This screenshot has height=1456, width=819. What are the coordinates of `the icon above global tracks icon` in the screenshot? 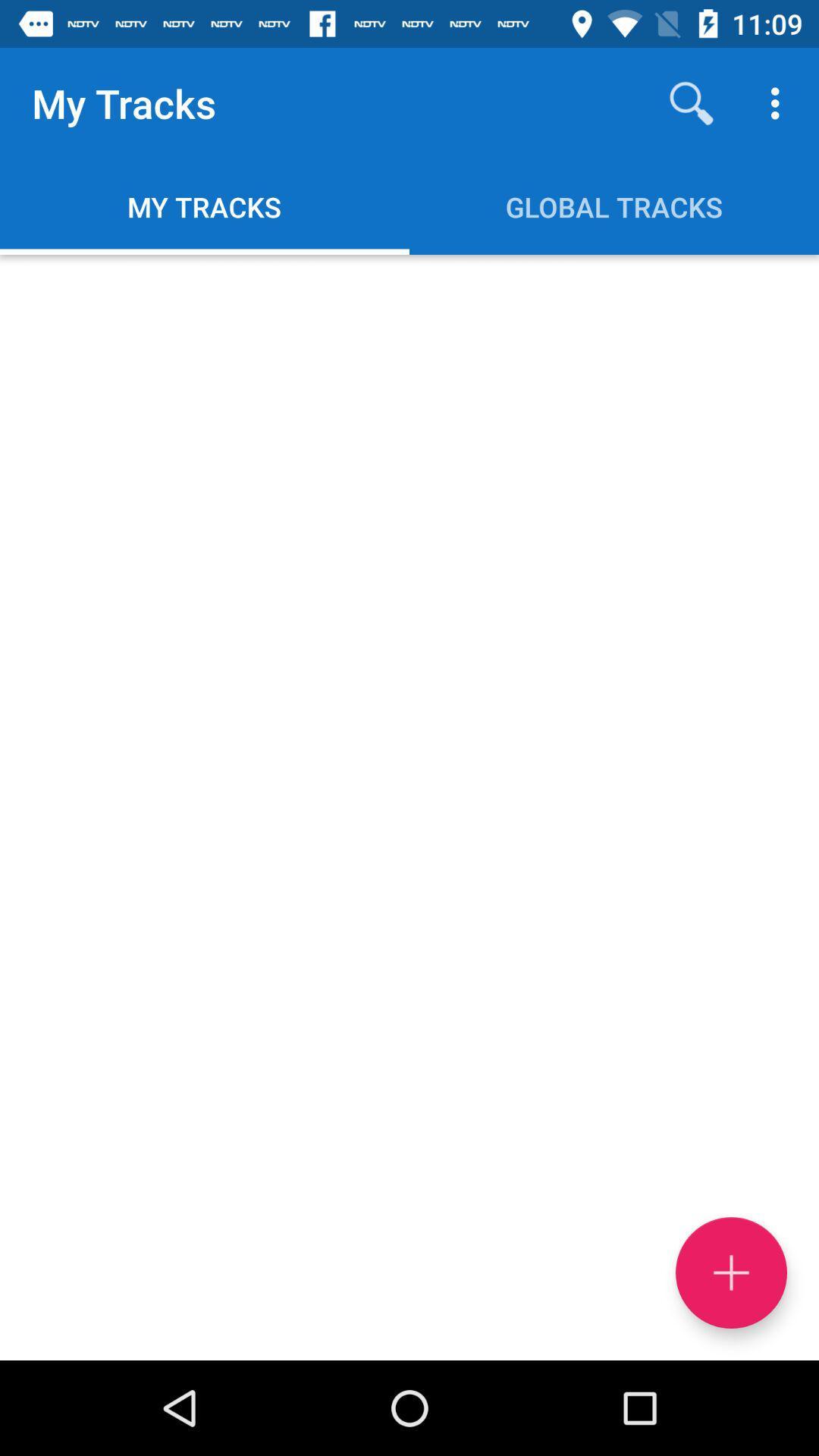 It's located at (691, 102).